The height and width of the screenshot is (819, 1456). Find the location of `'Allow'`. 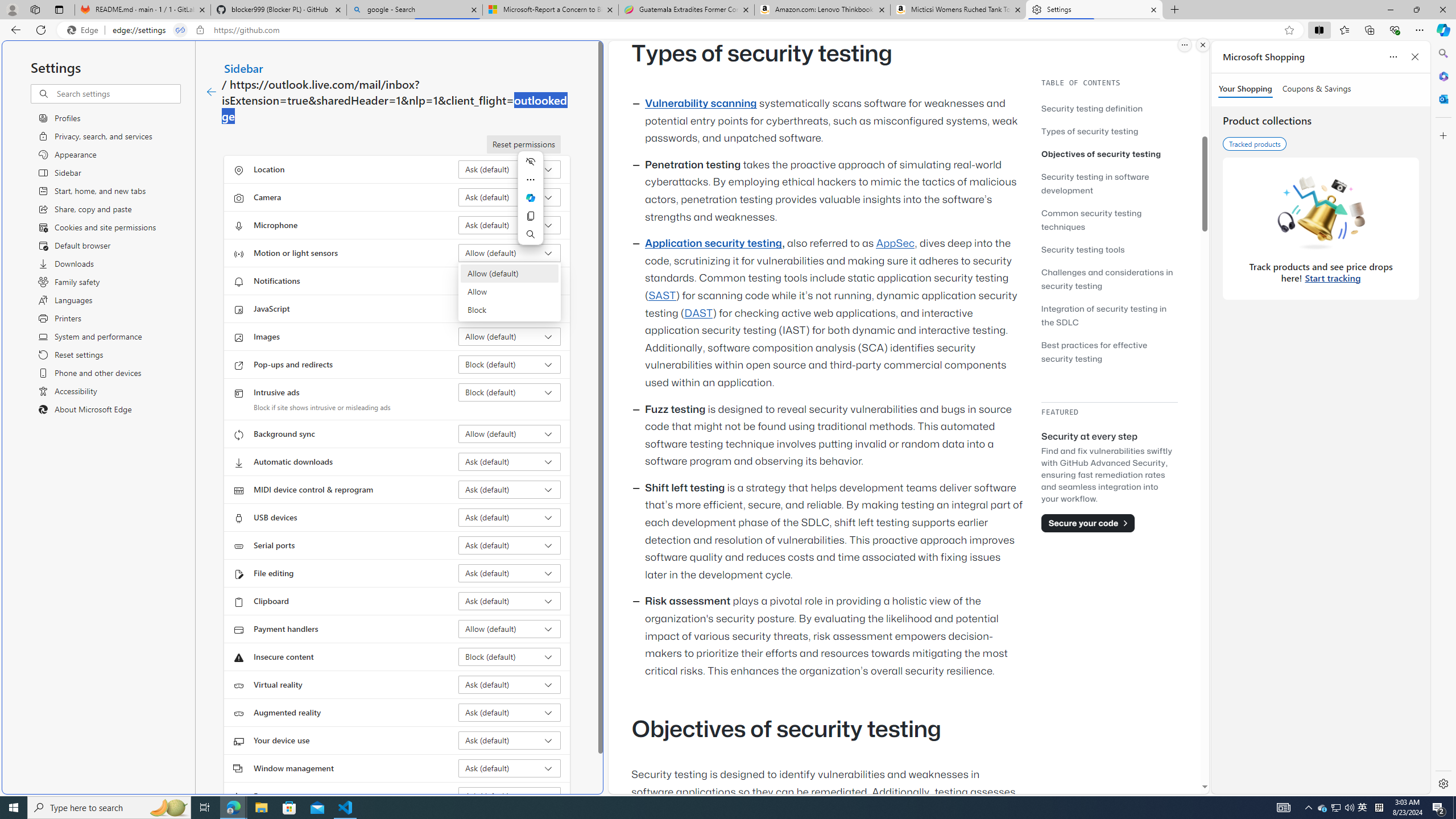

'Allow' is located at coordinates (510, 291).